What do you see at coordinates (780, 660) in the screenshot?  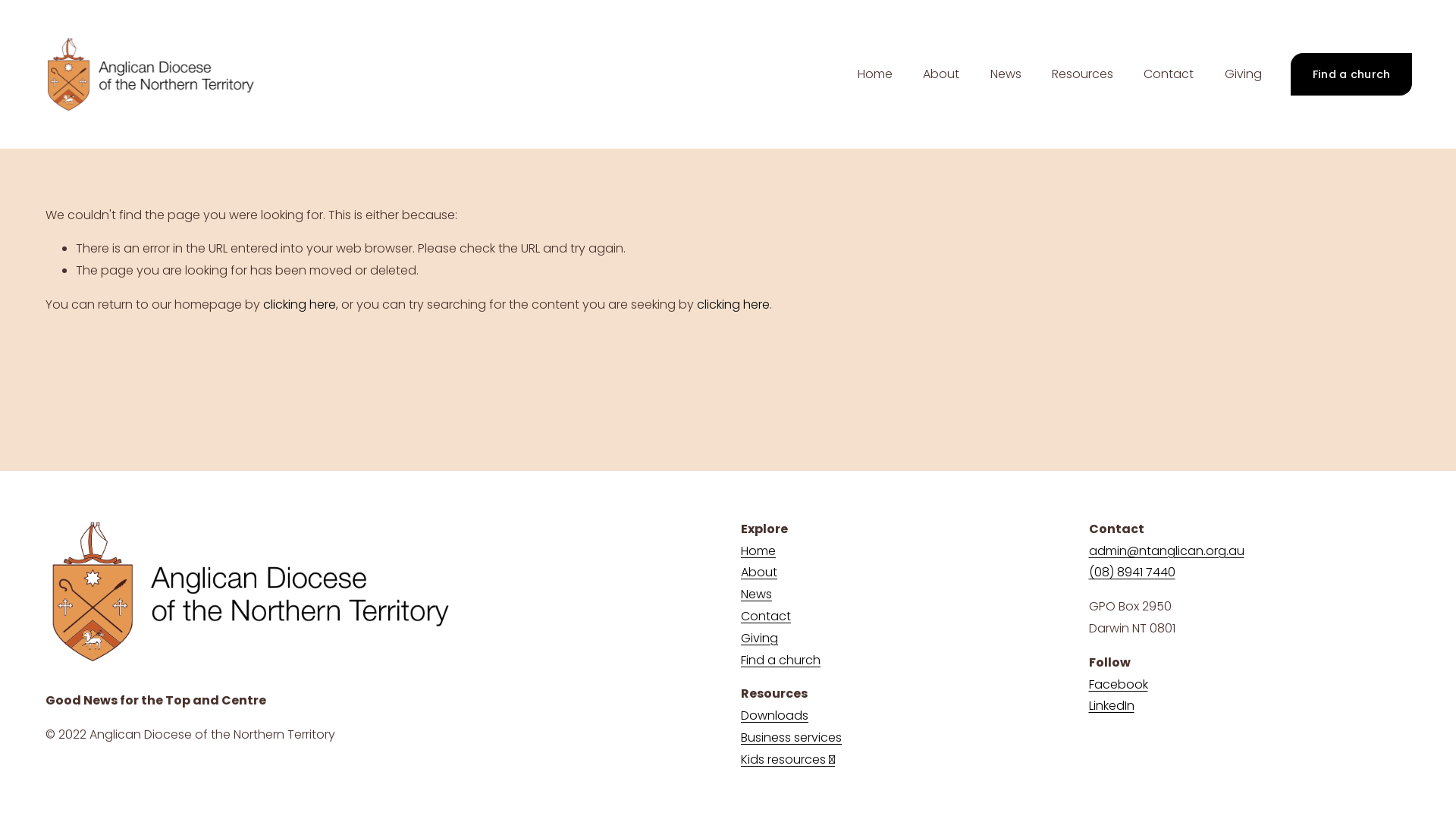 I see `'Find a church'` at bounding box center [780, 660].